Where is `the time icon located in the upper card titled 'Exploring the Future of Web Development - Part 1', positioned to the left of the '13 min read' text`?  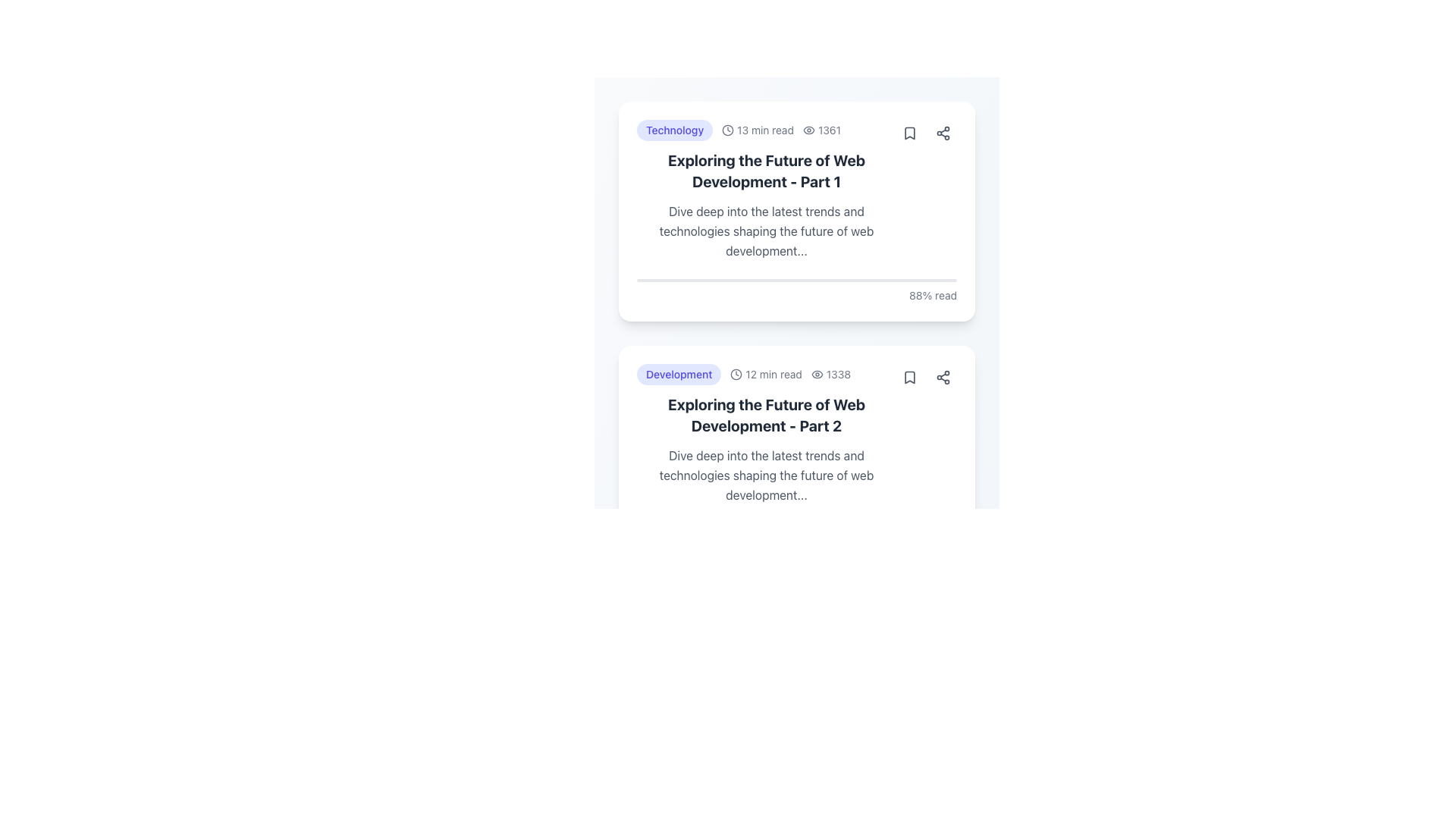
the time icon located in the upper card titled 'Exploring the Future of Web Development - Part 1', positioned to the left of the '13 min read' text is located at coordinates (728, 130).